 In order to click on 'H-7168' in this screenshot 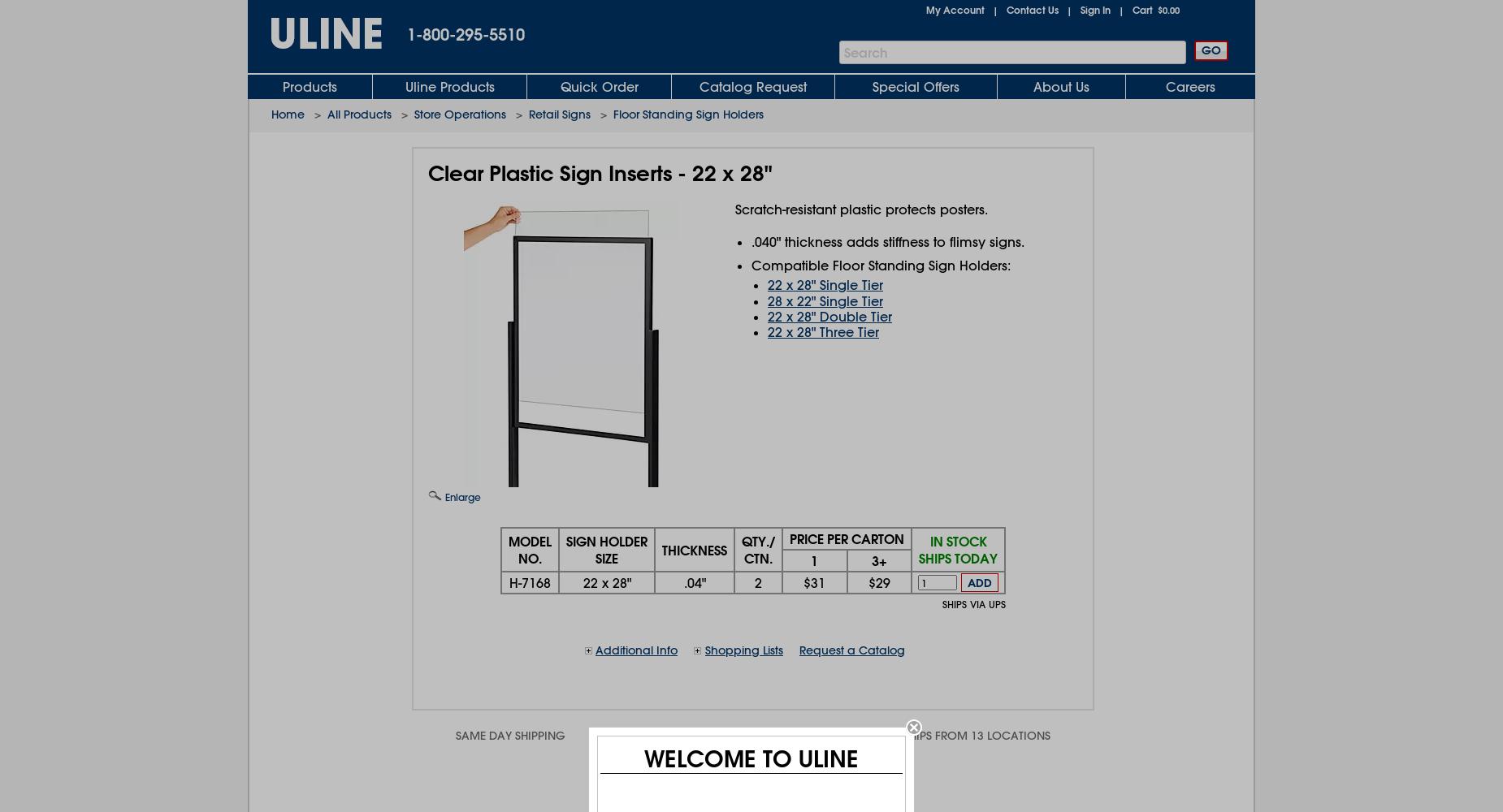, I will do `click(530, 581)`.